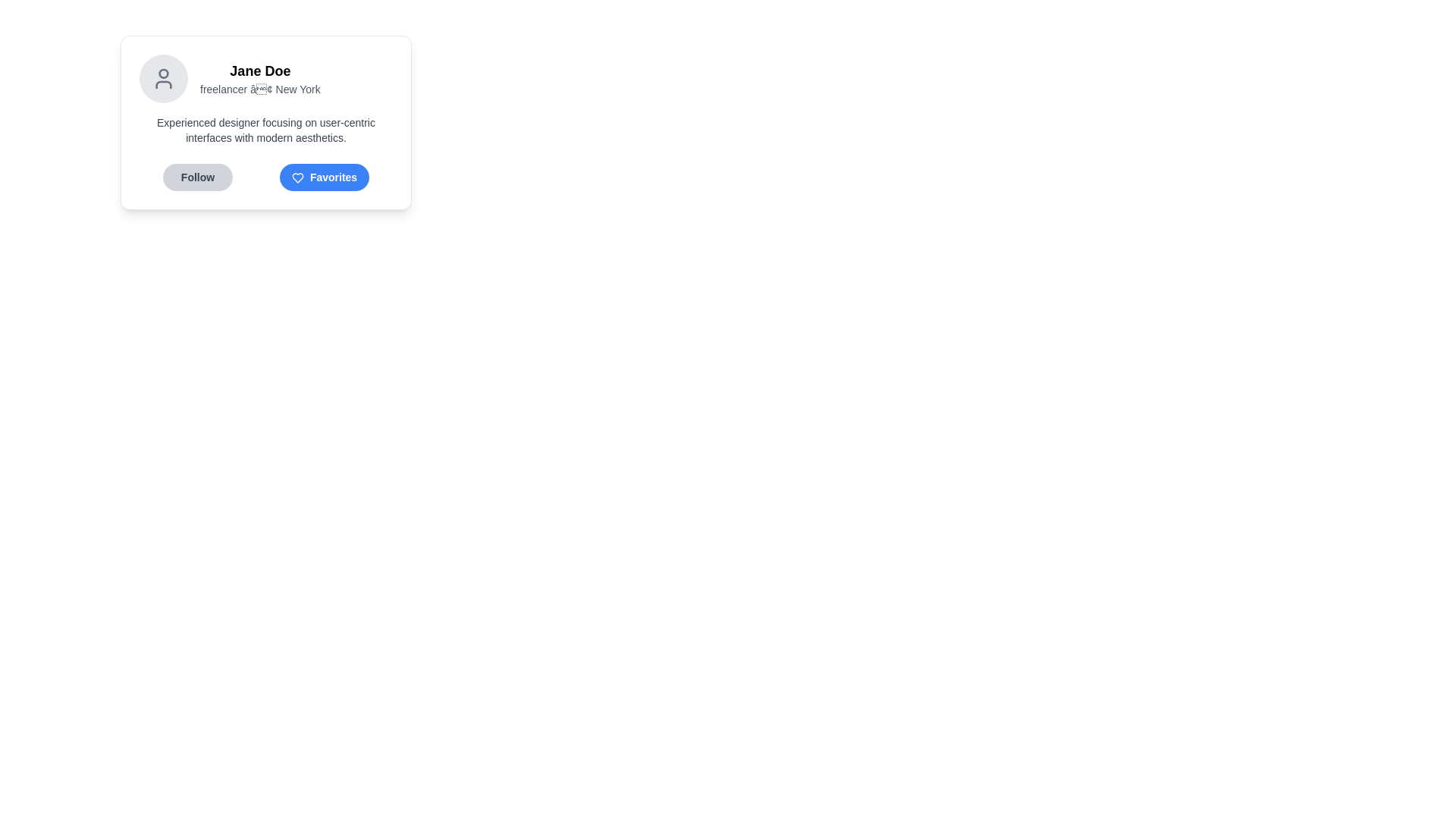 The width and height of the screenshot is (1456, 819). I want to click on the Text Label element that reads 'Experienced designer focusing on user-centric interfaces with modern aesthetics.' which is located beneath the 'Jane Doe' header and above the buttons, so click(265, 130).